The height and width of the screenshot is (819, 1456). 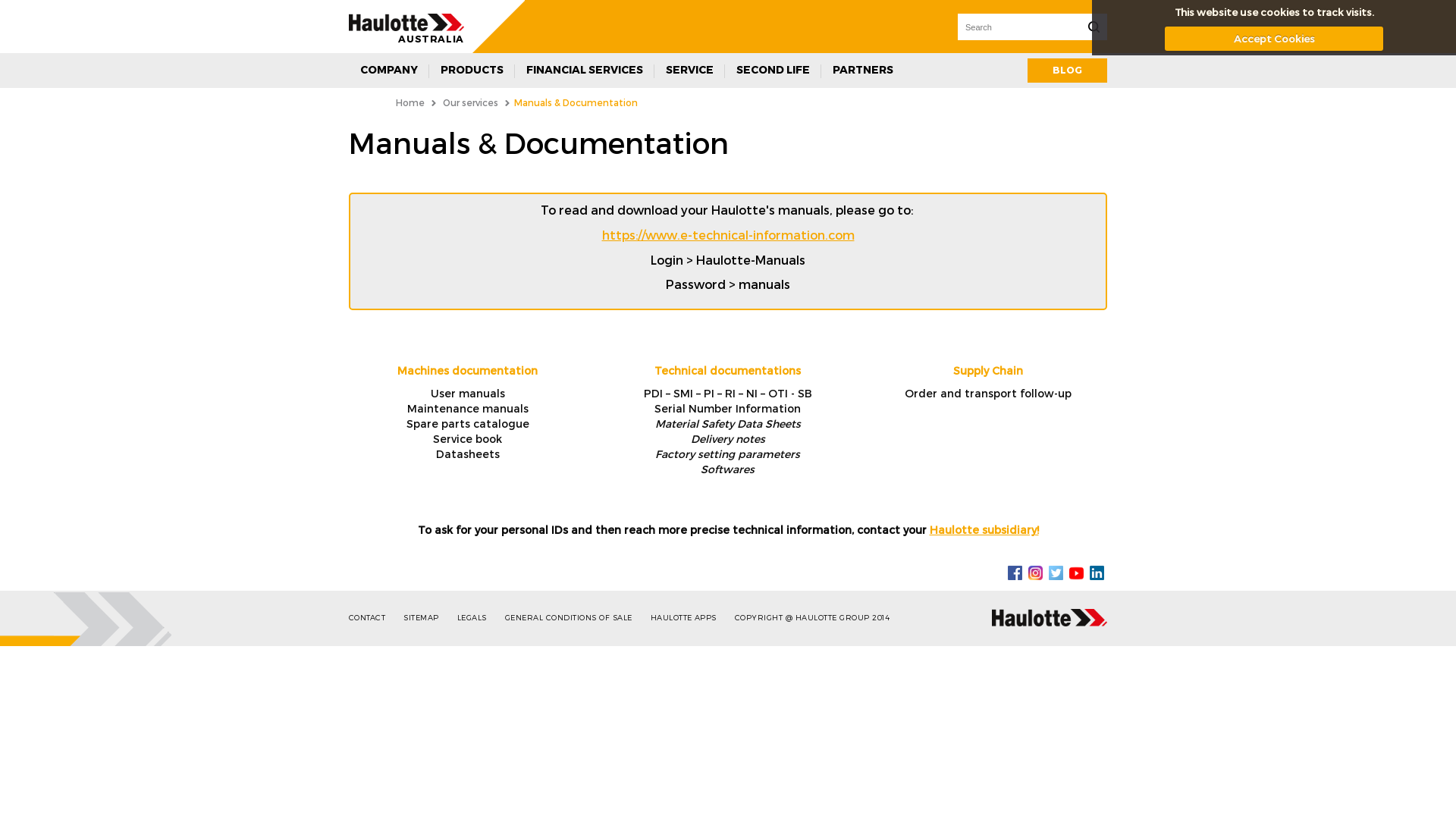 What do you see at coordinates (575, 617) in the screenshot?
I see `'GENERAL CONDITIONS OF SALE'` at bounding box center [575, 617].